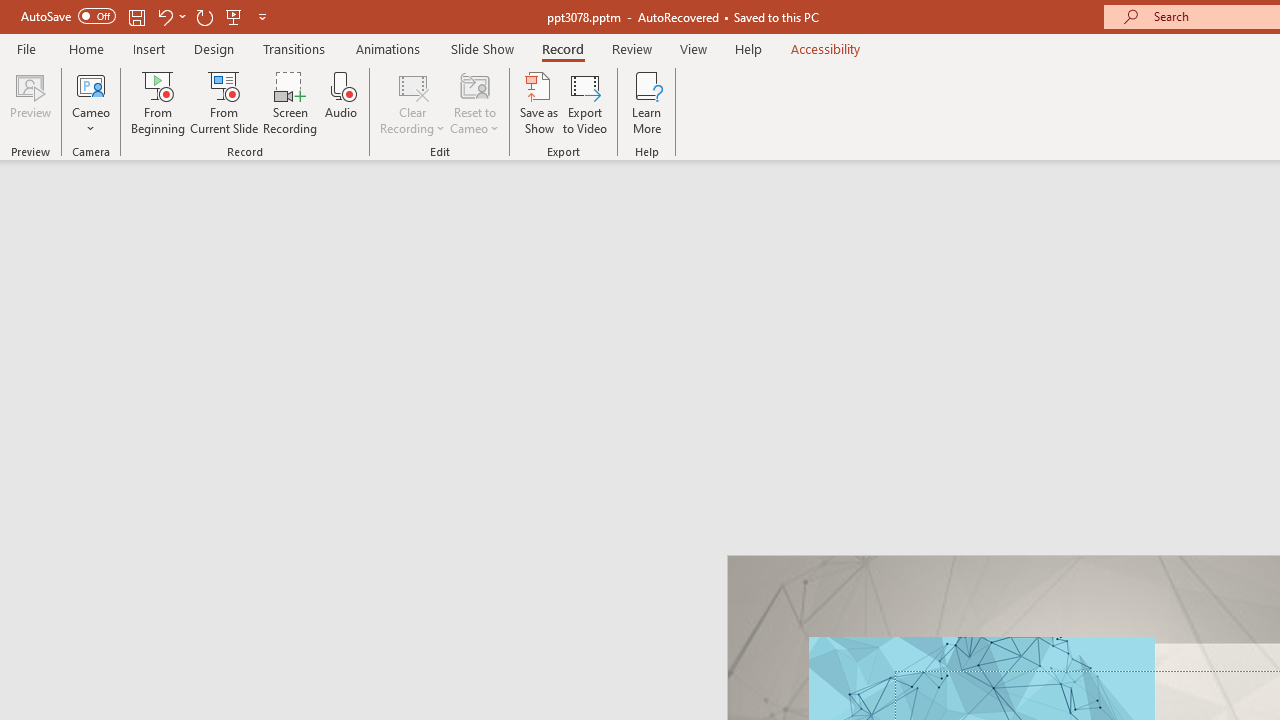 The image size is (1280, 720). What do you see at coordinates (26, 47) in the screenshot?
I see `'File Tab'` at bounding box center [26, 47].